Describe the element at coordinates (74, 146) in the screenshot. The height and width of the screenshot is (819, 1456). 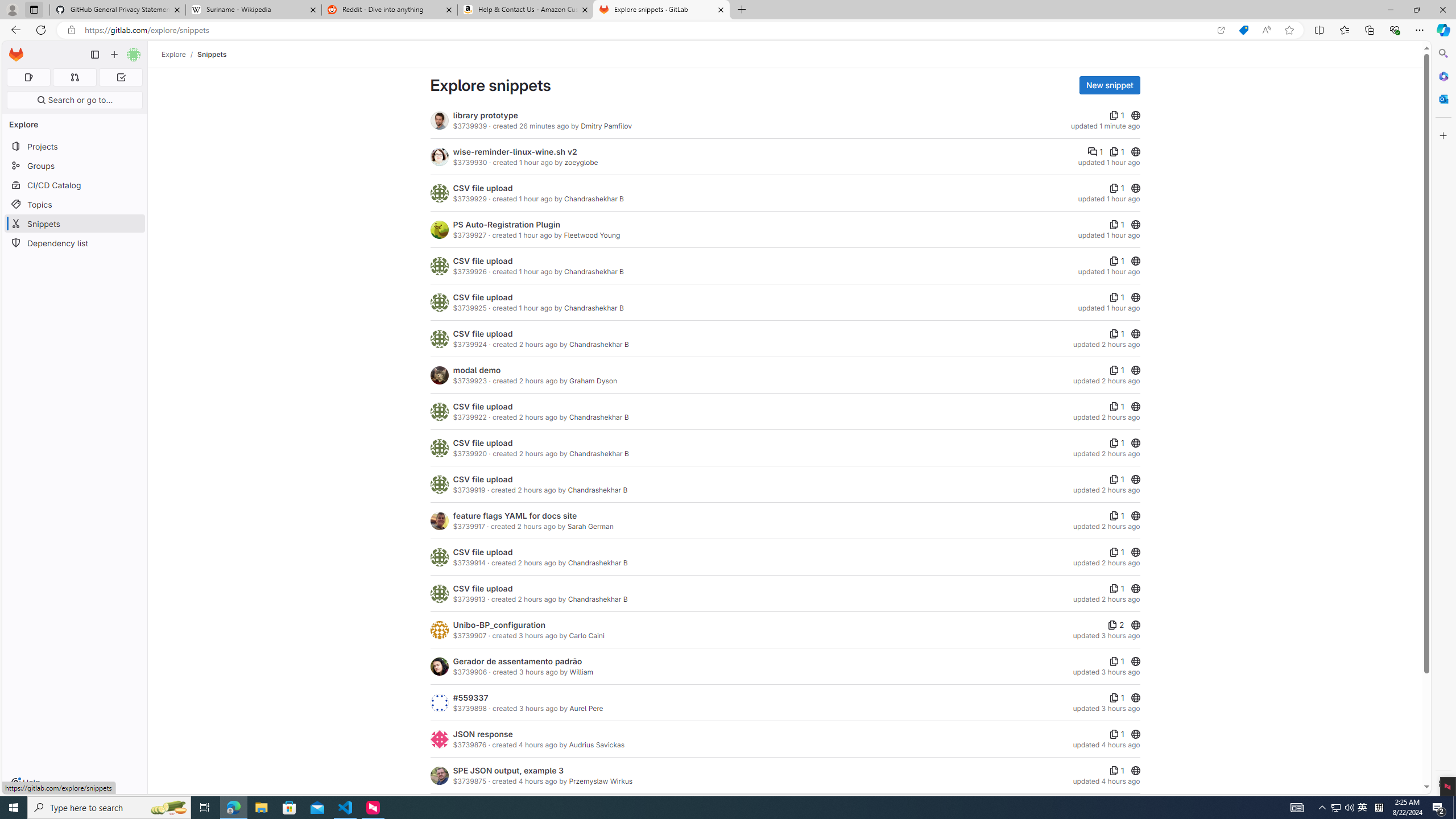
I see `'Projects'` at that location.